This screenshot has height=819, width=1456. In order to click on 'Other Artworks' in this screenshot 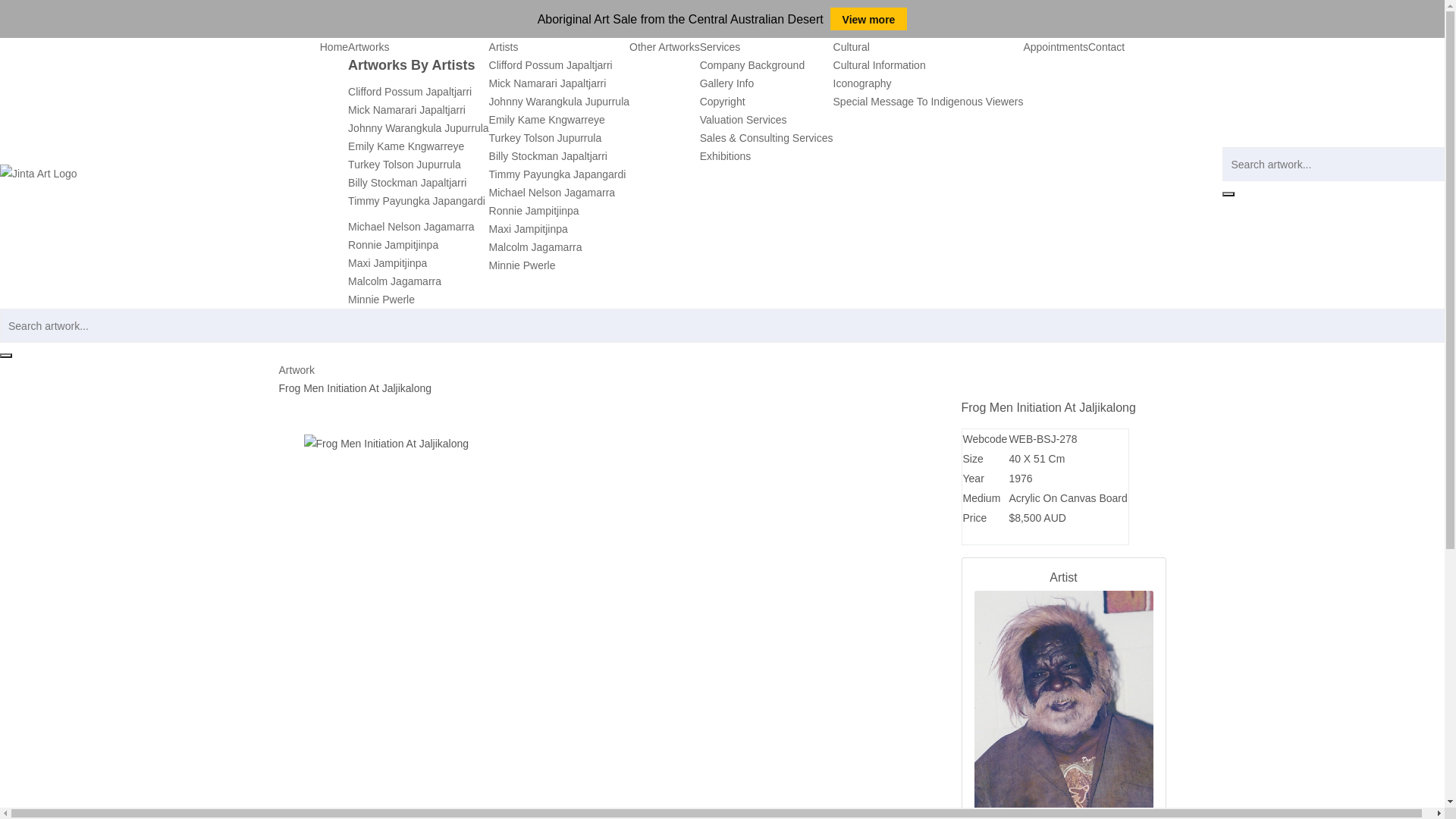, I will do `click(664, 45)`.